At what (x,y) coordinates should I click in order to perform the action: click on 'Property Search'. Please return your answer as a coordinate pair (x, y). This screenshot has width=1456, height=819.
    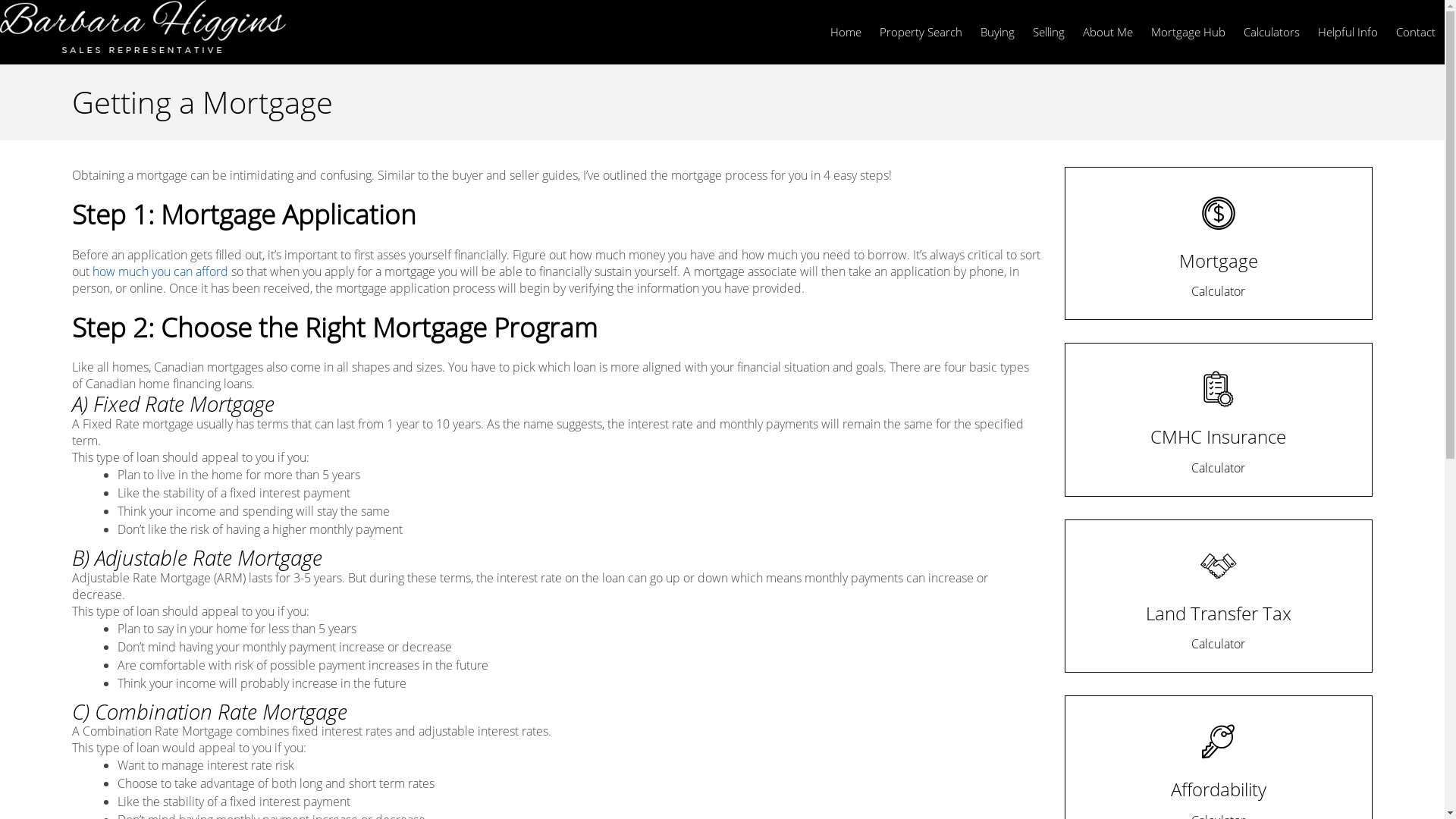
    Looking at the image, I should click on (920, 32).